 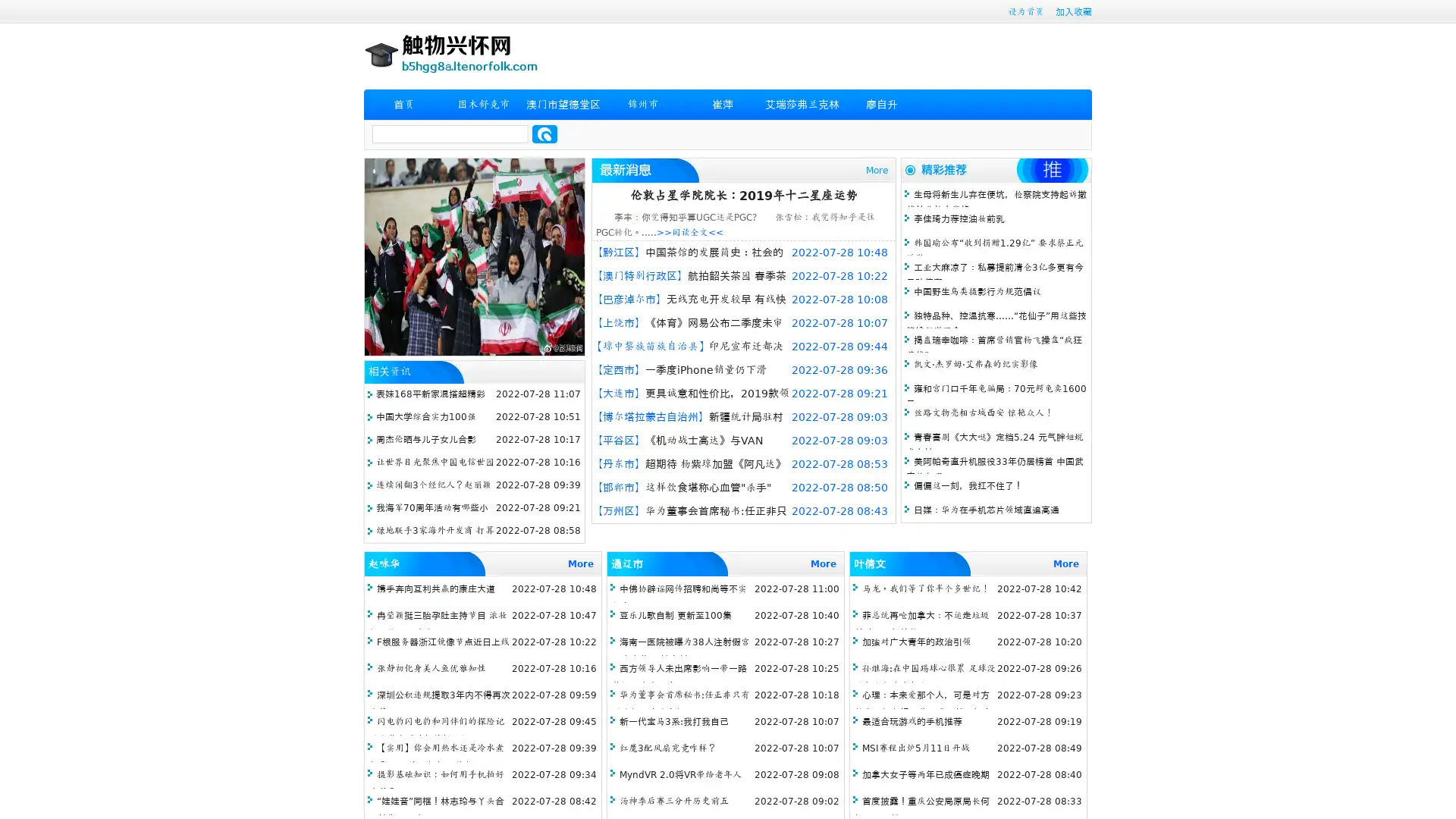 What do you see at coordinates (544, 133) in the screenshot?
I see `Search` at bounding box center [544, 133].